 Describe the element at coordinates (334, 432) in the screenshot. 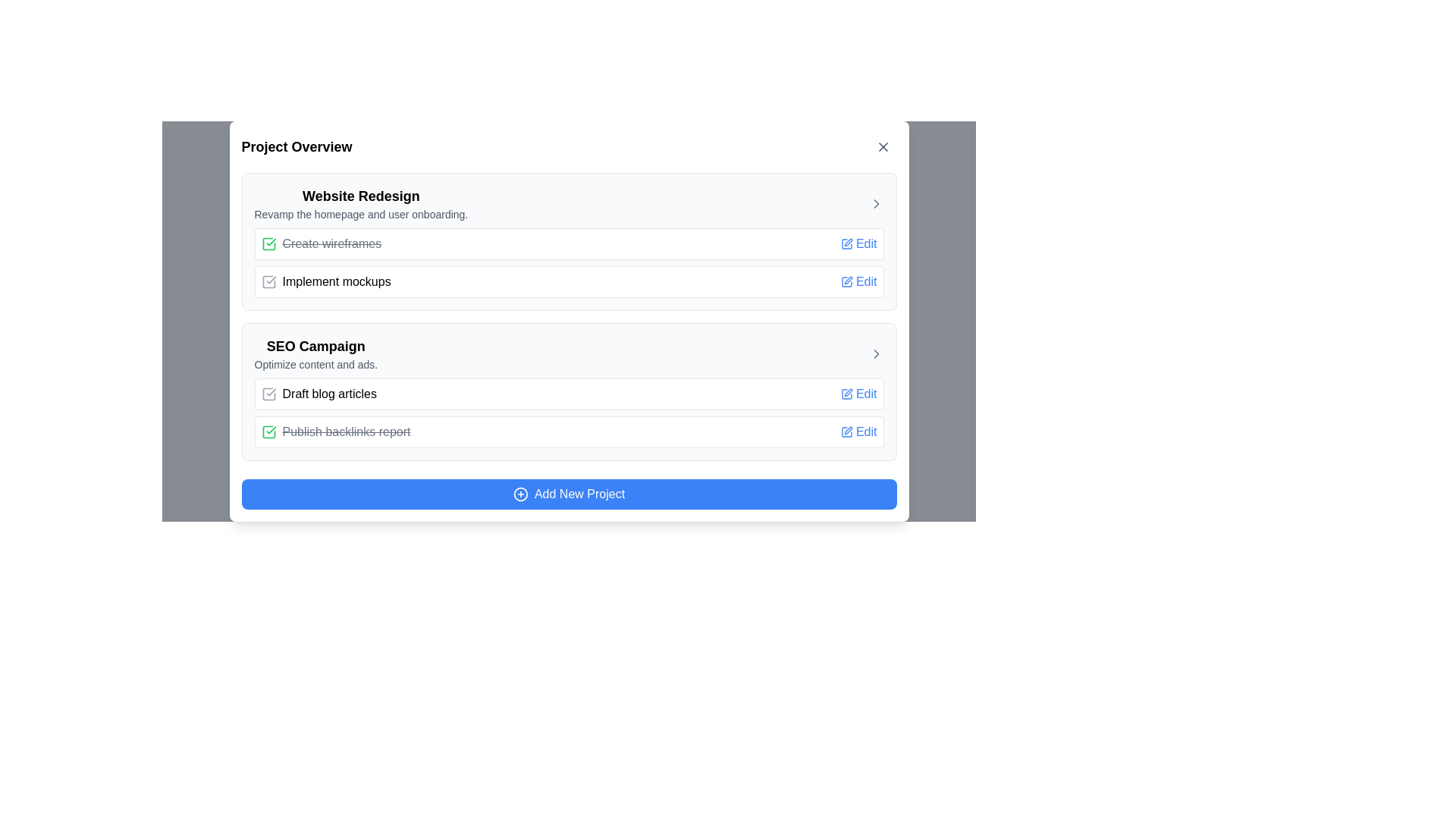

I see `the Completed Task Label which contains a green checkmark icon and the strikethrough text 'Publish backlinks report' indicating a completed task` at that location.